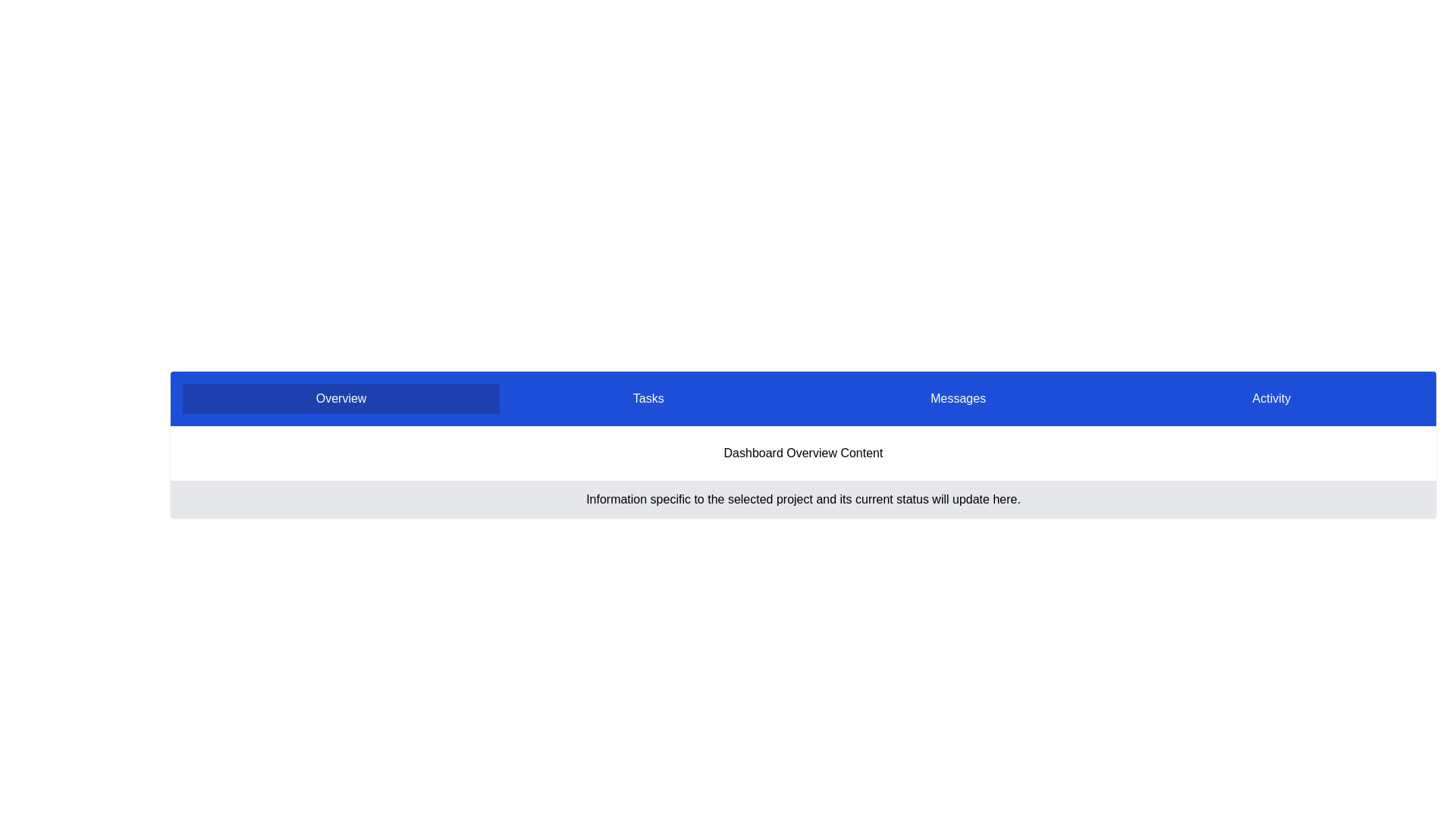 This screenshot has width=1456, height=819. I want to click on the tab labeled 'Tasks', so click(648, 397).